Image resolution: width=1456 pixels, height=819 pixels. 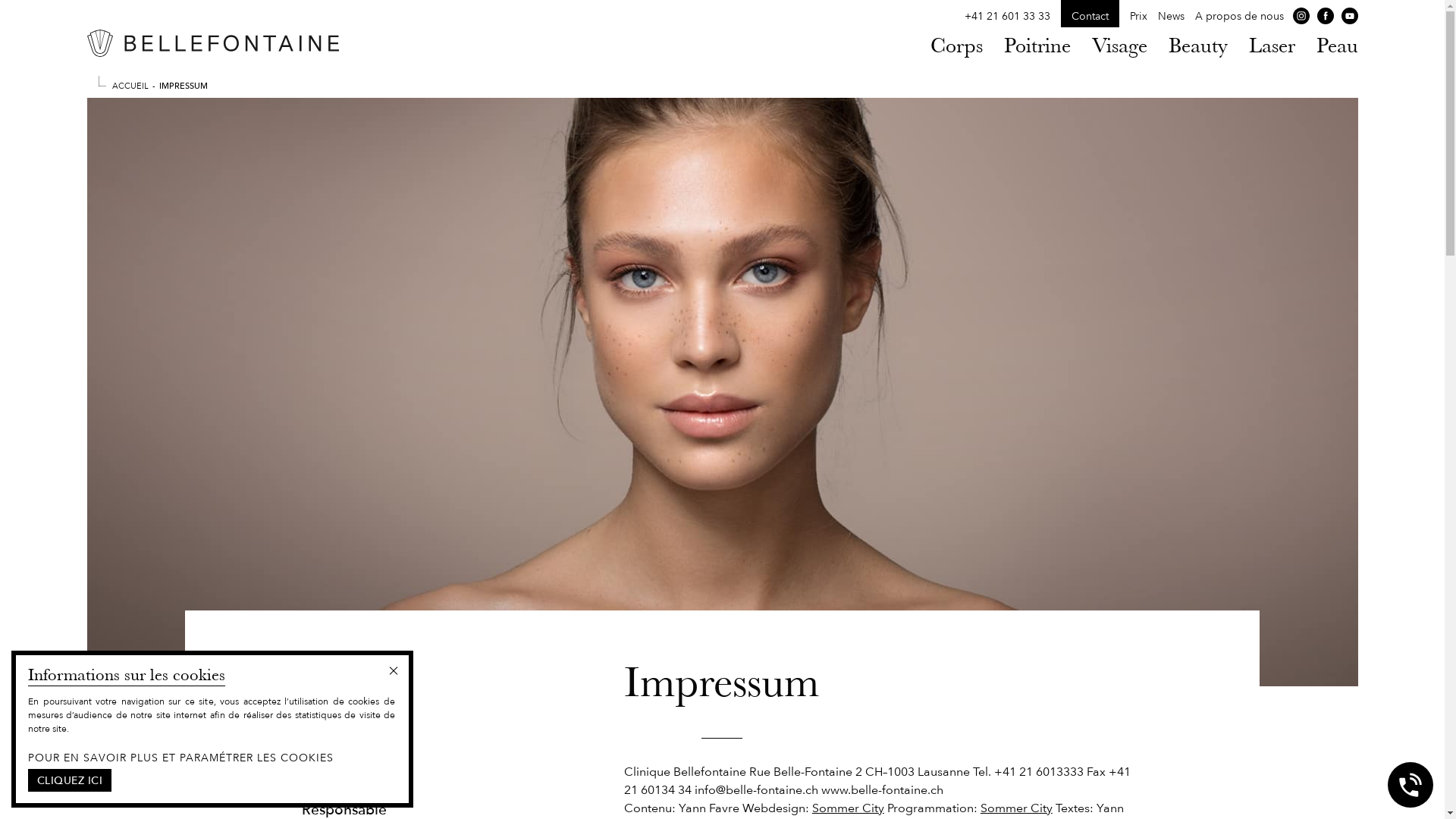 I want to click on 'Contact', so click(x=1088, y=16).